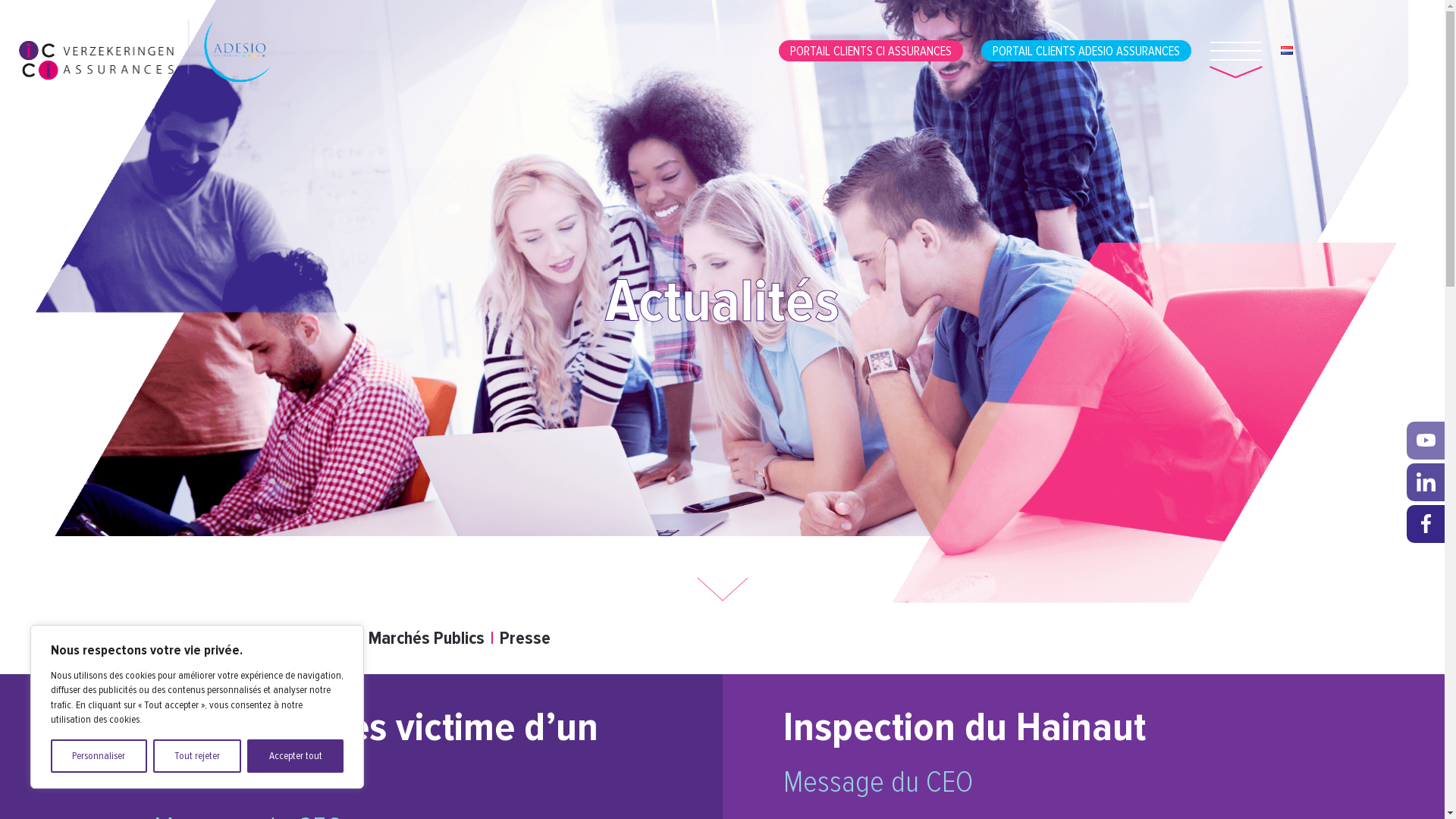 This screenshot has height=819, width=1456. I want to click on 'Presse', so click(524, 638).